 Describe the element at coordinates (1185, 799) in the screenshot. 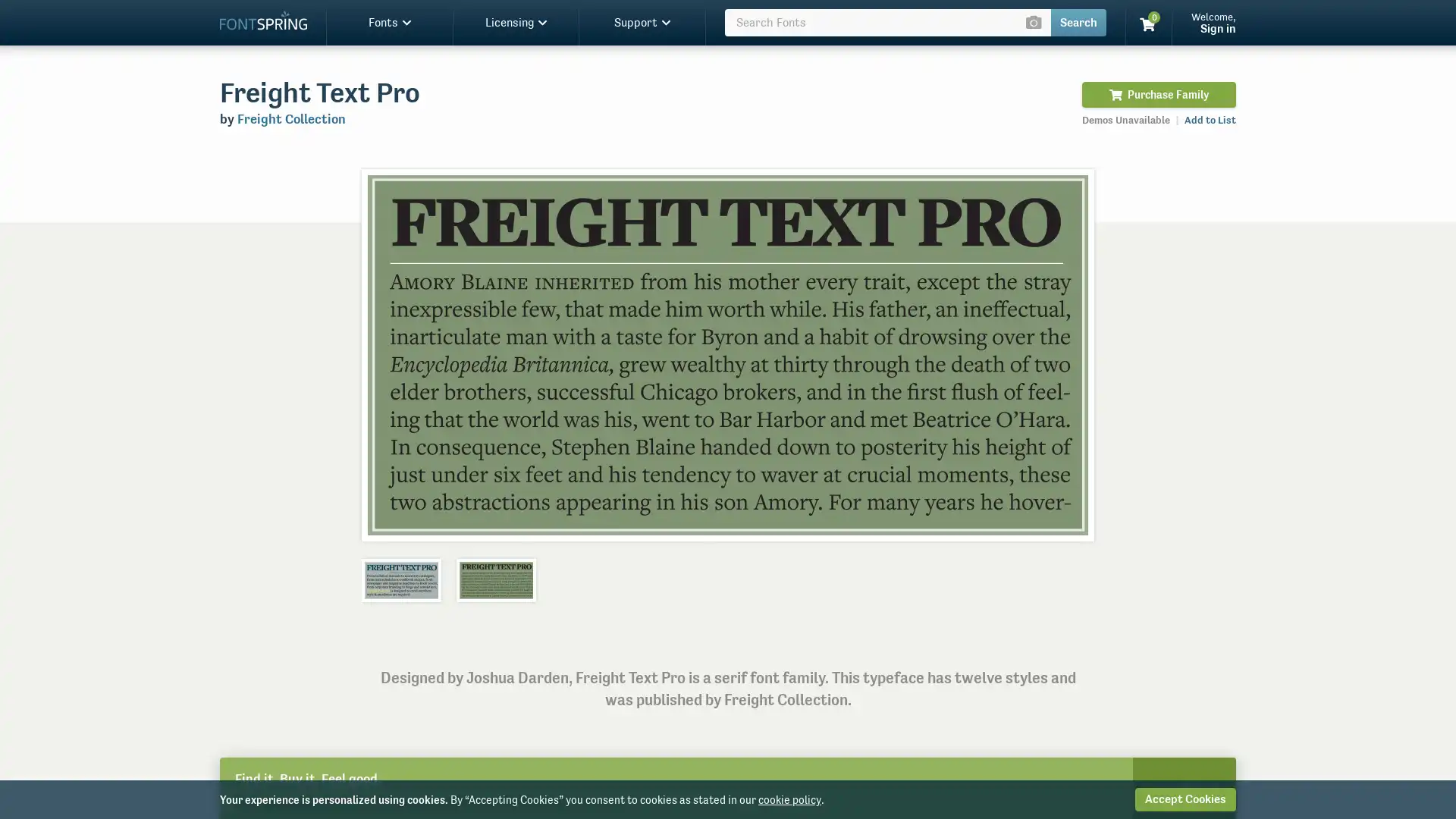

I see `Accept Cookies` at that location.